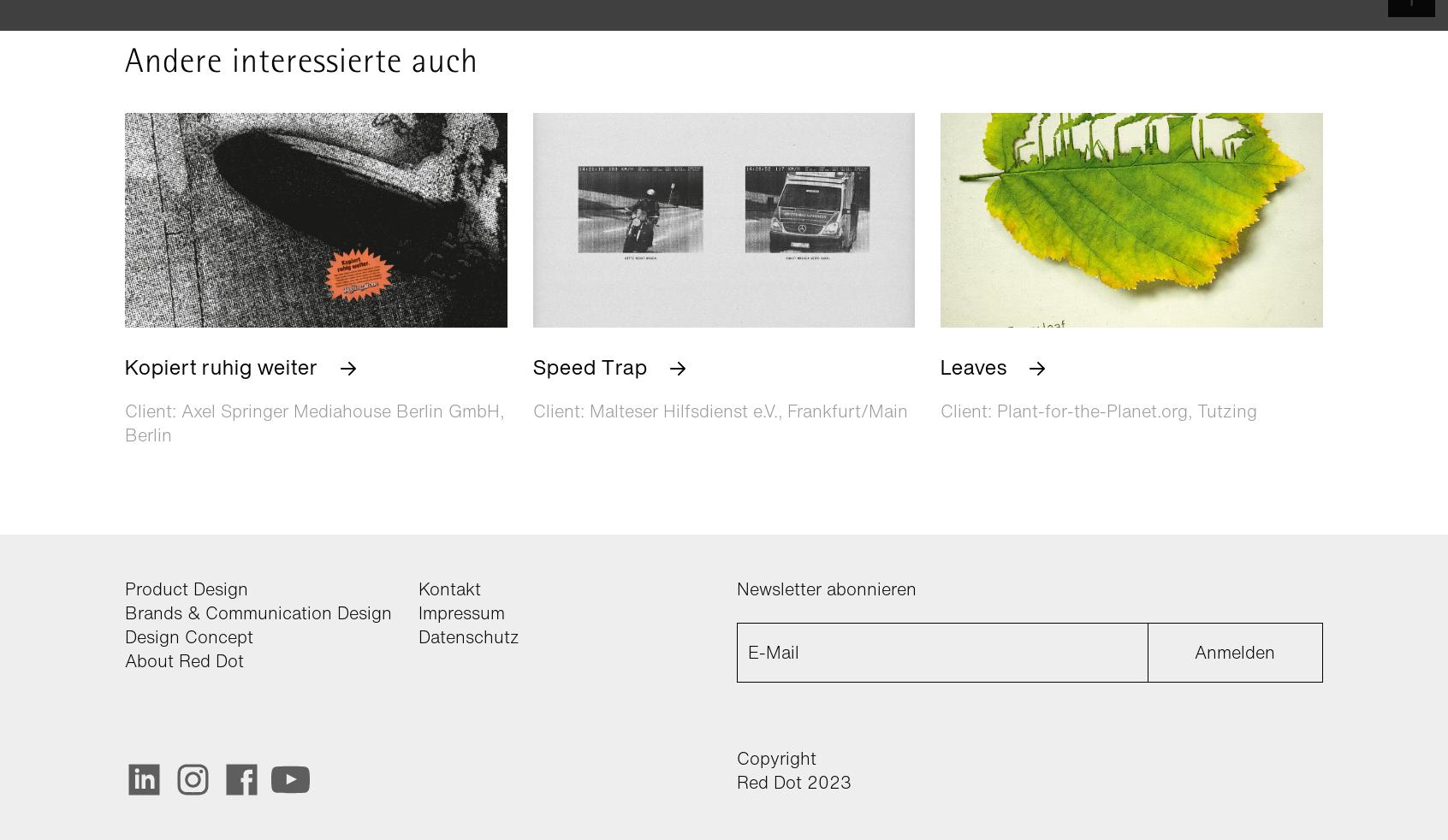 Image resolution: width=1448 pixels, height=840 pixels. Describe the element at coordinates (826, 587) in the screenshot. I see `'Newsletter abonnieren'` at that location.